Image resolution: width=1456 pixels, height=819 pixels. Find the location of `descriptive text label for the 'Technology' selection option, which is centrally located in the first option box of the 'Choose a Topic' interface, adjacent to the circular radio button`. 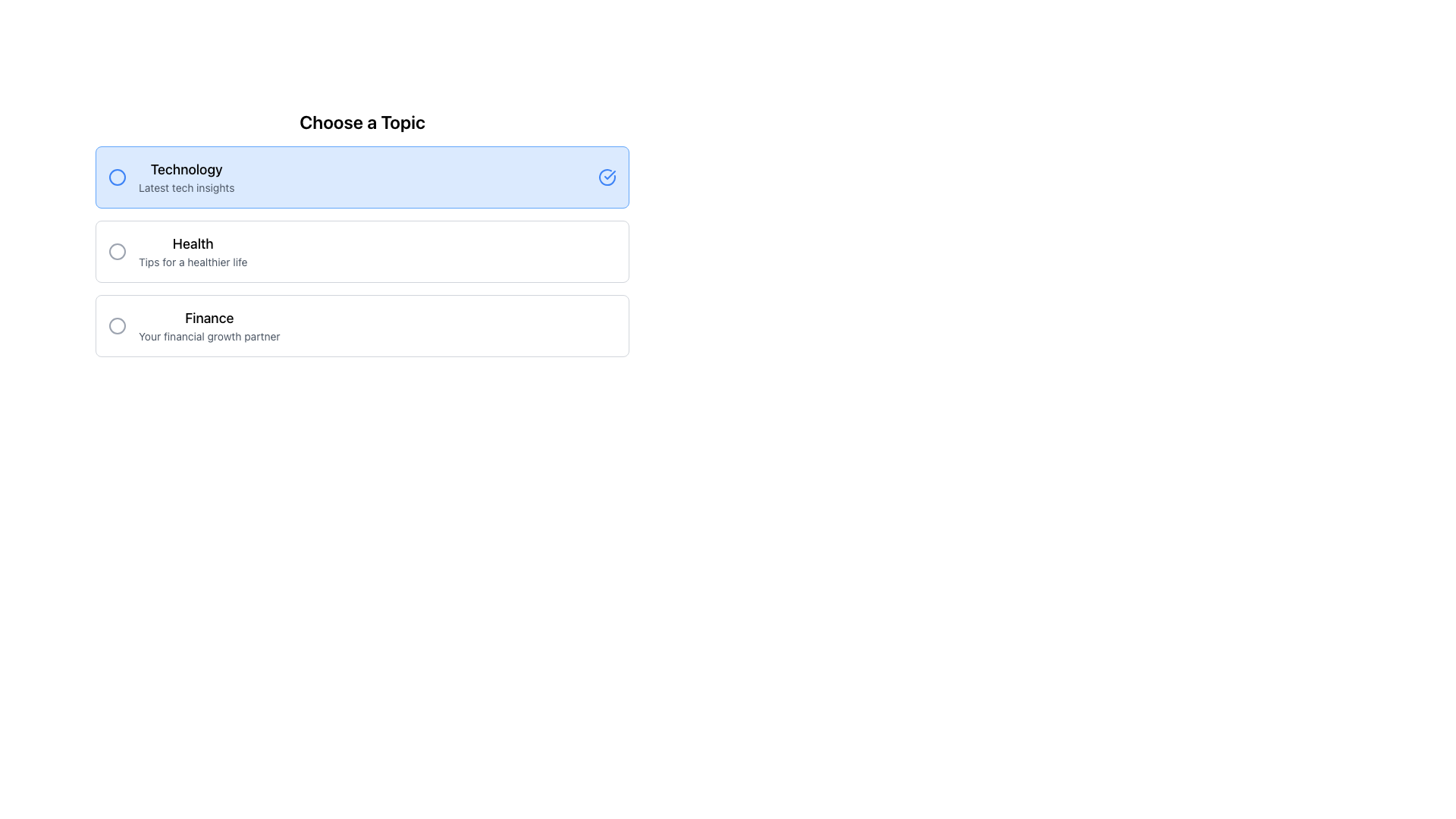

descriptive text label for the 'Technology' selection option, which is centrally located in the first option box of the 'Choose a Topic' interface, adjacent to the circular radio button is located at coordinates (186, 177).